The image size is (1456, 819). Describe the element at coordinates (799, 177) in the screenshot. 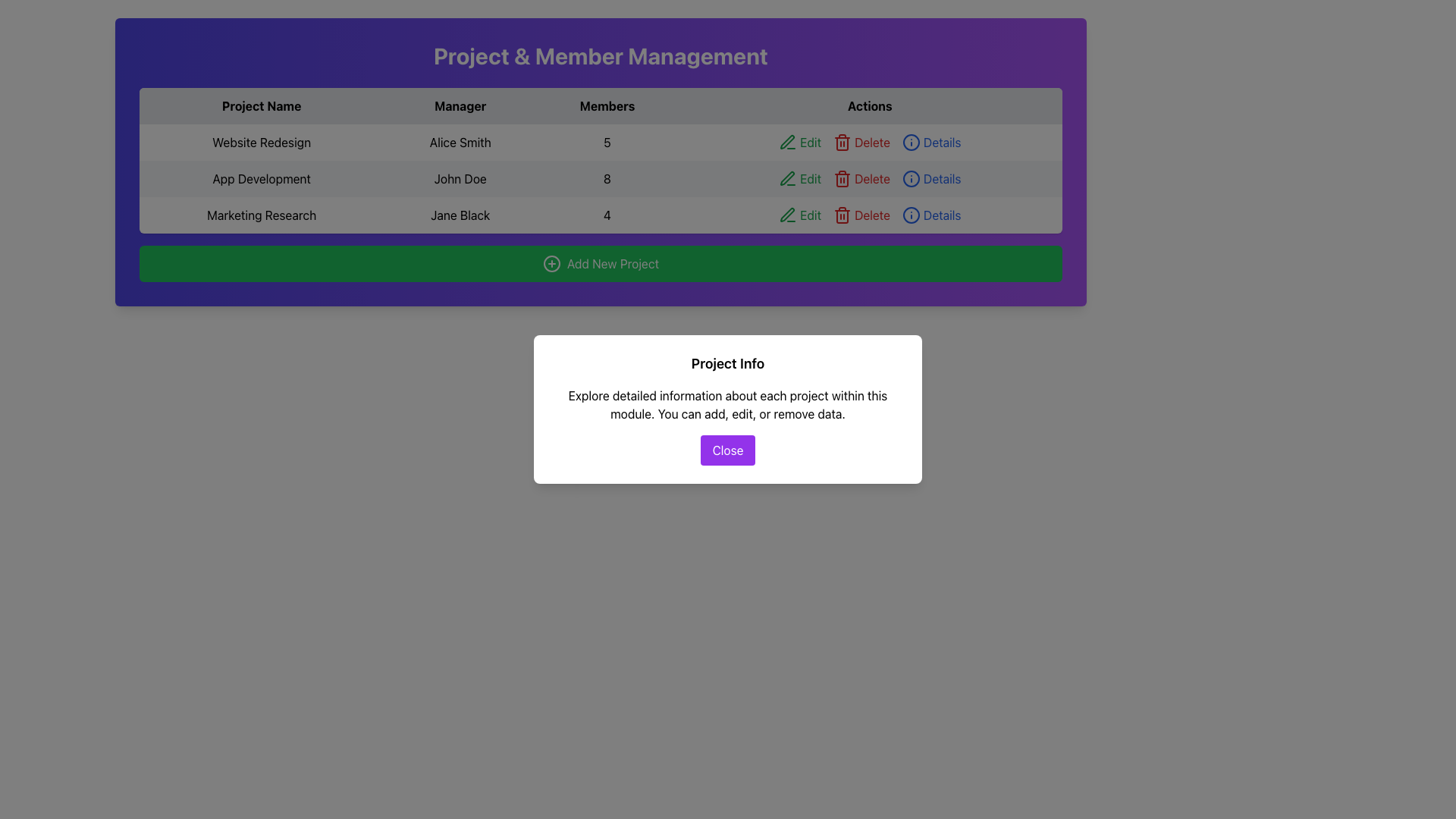

I see `the green 'Edit' button next to the pen icon in the 'Actions' column of the second row of the 'Project & Member Management' table for the 'App Development' project managed by 'John Doe'` at that location.